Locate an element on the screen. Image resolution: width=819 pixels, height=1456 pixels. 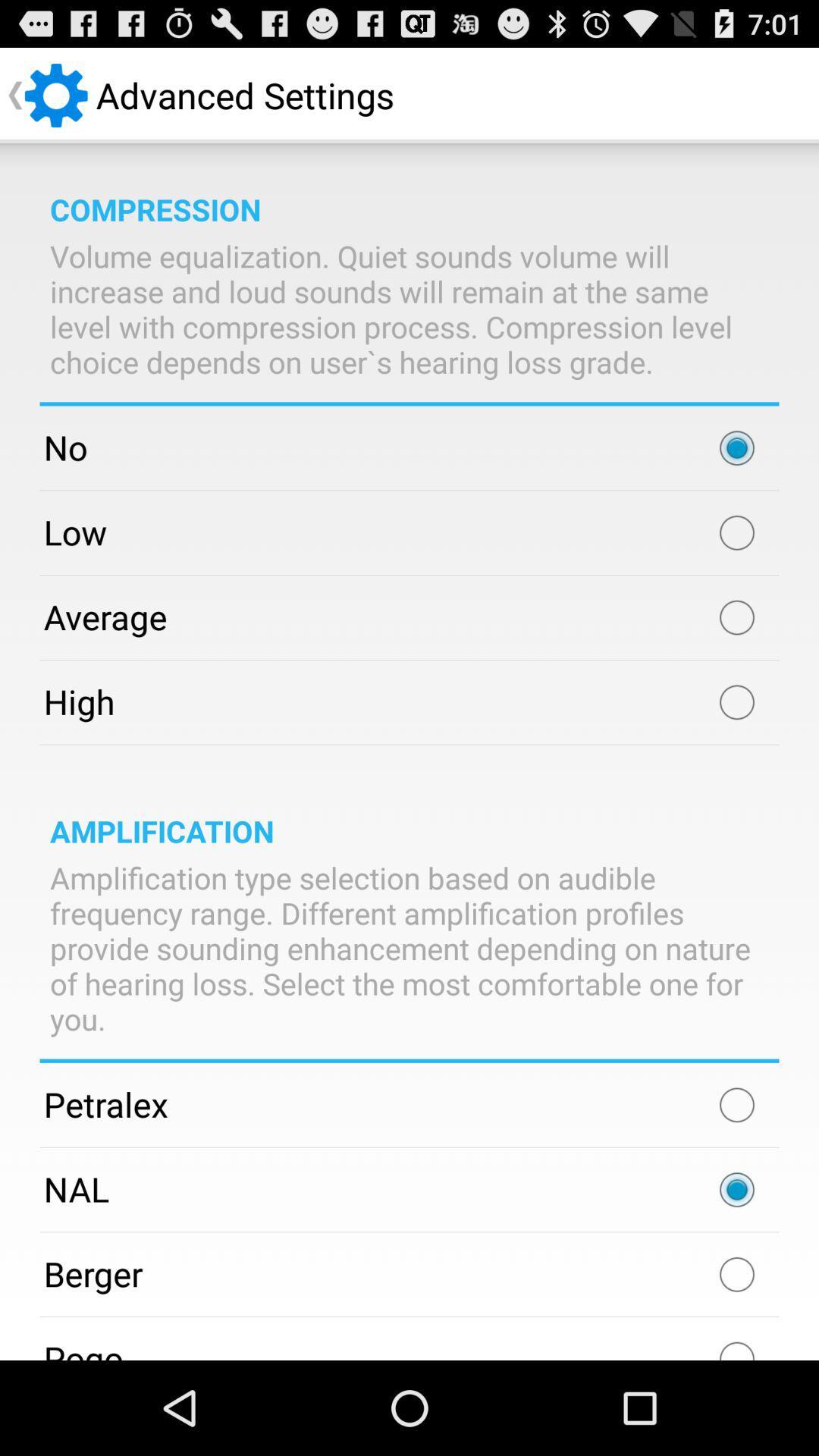
mark button option is located at coordinates (736, 701).